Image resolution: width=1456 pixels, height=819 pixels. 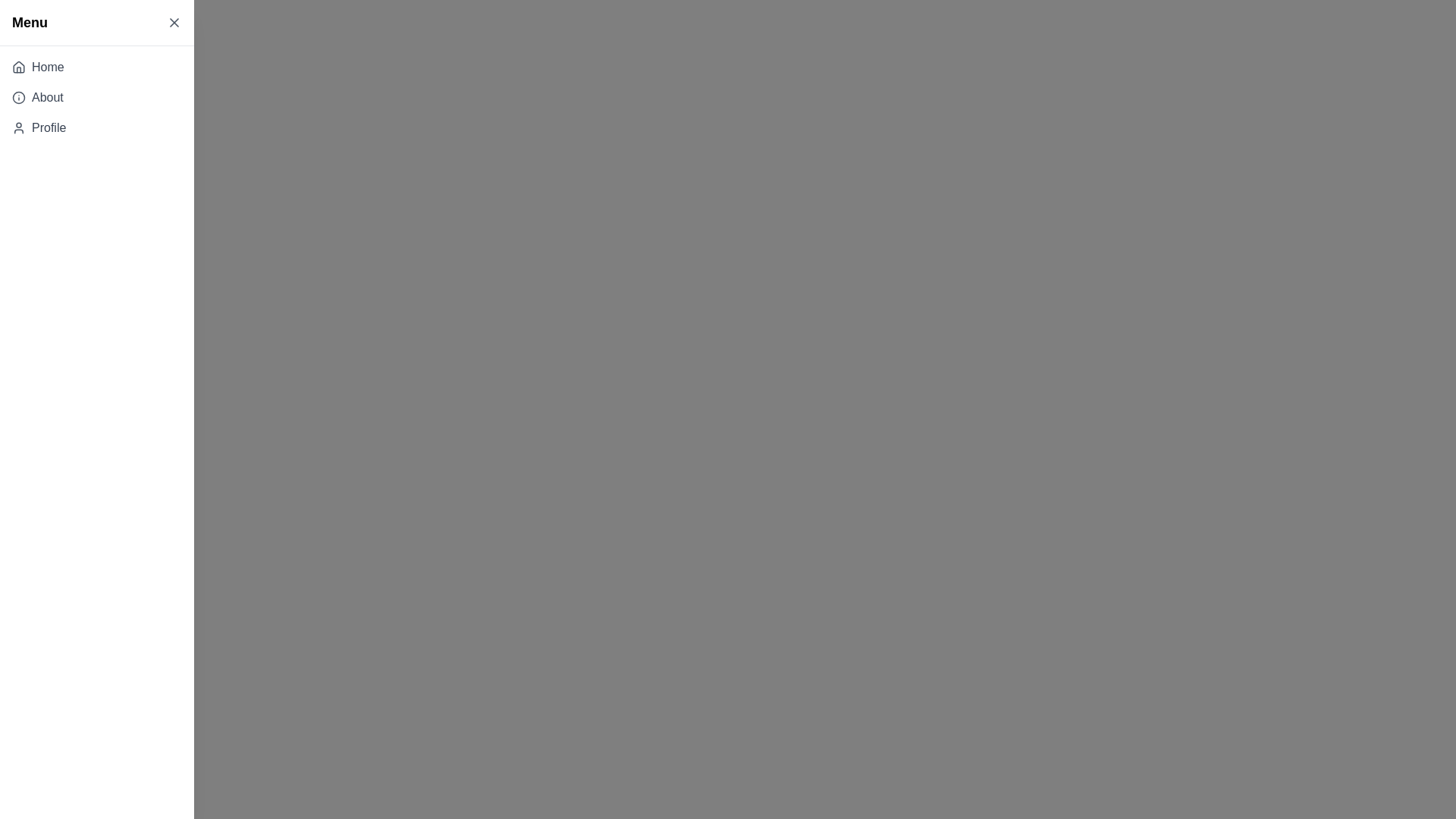 What do you see at coordinates (18, 127) in the screenshot?
I see `the user profile icon, which is a circular head and shoulders icon located next to the 'Profile' text in the left-hand menu` at bounding box center [18, 127].